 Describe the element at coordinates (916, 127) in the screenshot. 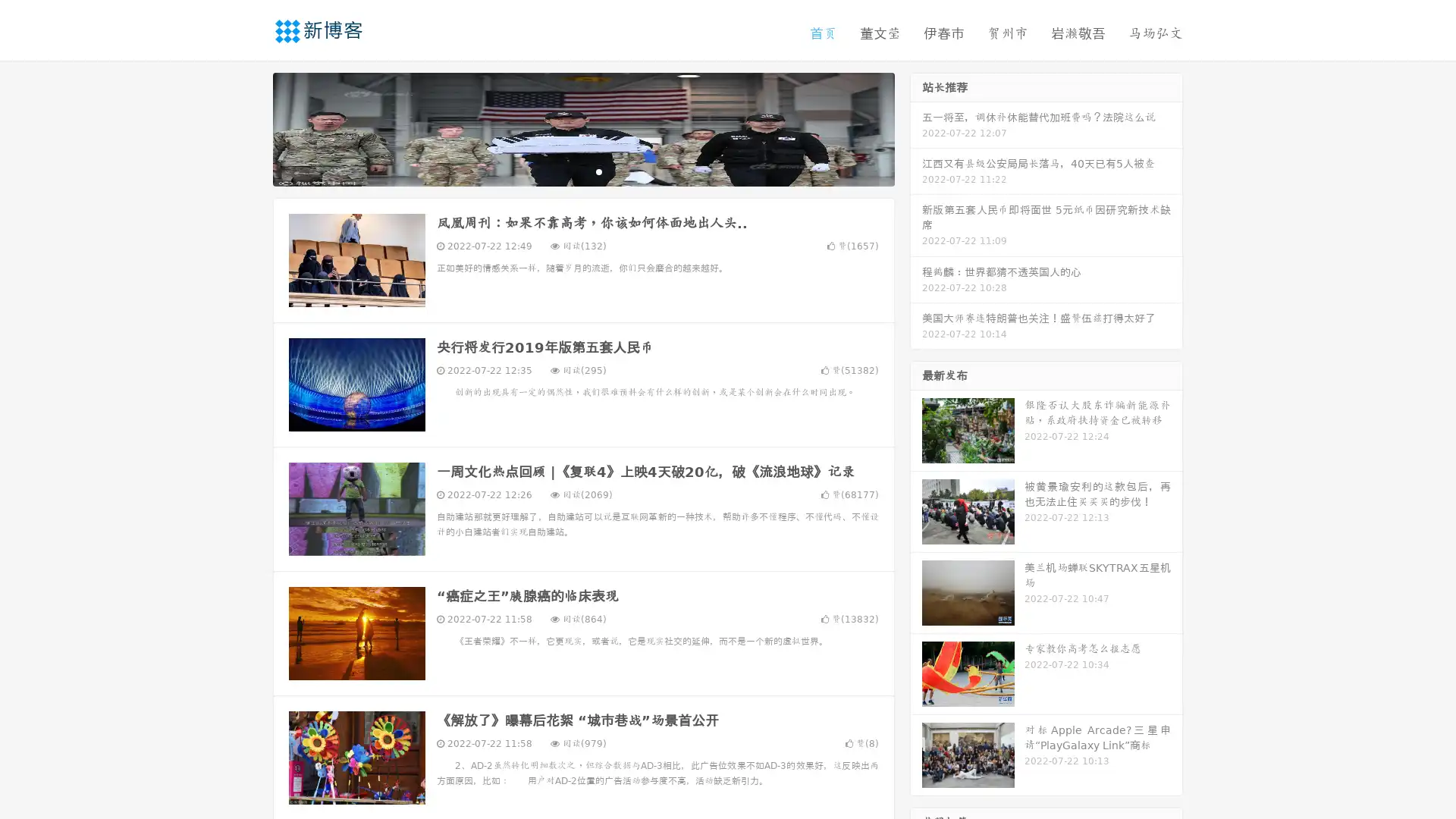

I see `Next slide` at that location.